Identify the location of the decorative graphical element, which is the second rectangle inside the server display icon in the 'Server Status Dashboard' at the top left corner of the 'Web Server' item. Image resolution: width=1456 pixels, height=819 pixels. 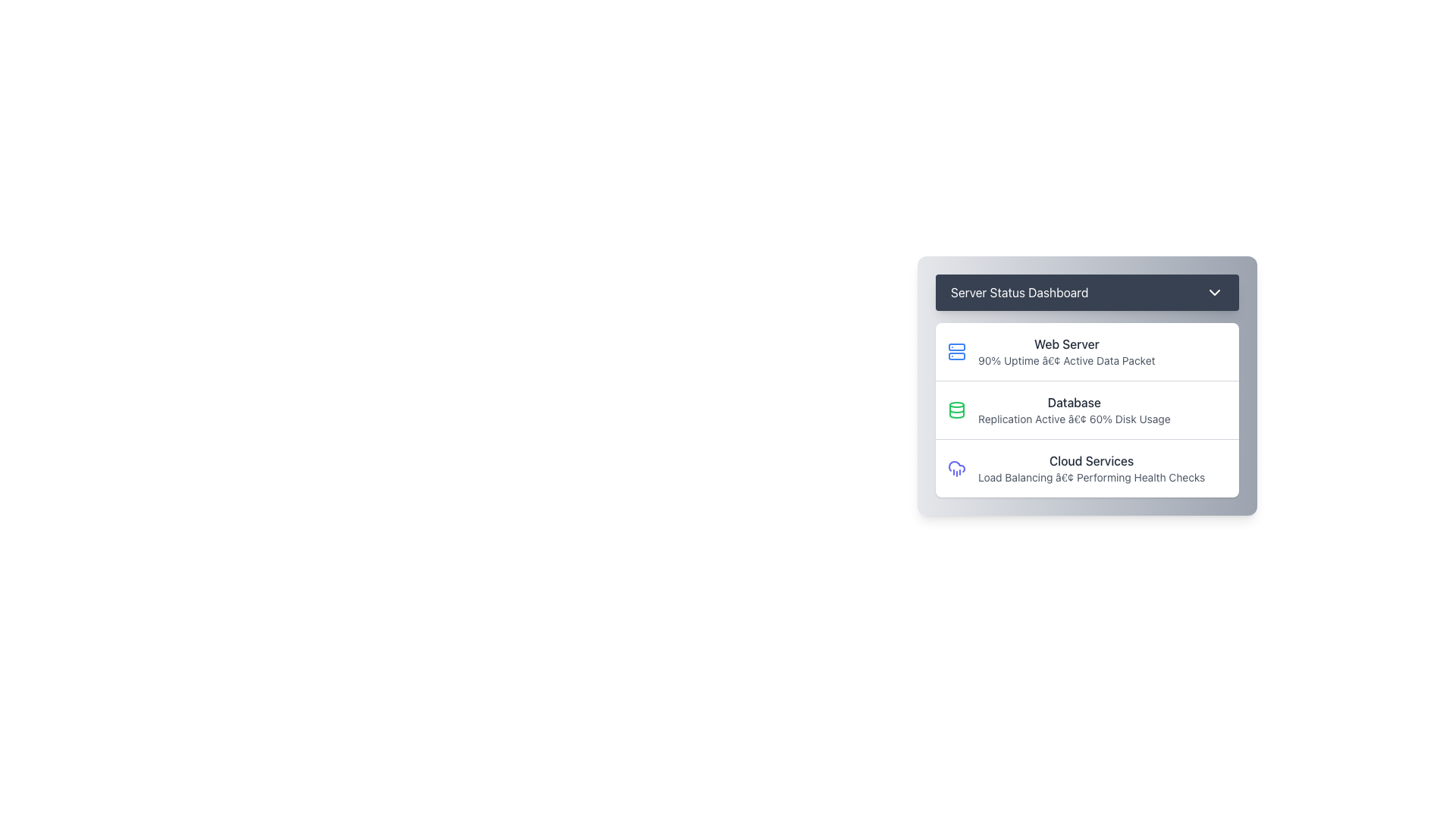
(956, 356).